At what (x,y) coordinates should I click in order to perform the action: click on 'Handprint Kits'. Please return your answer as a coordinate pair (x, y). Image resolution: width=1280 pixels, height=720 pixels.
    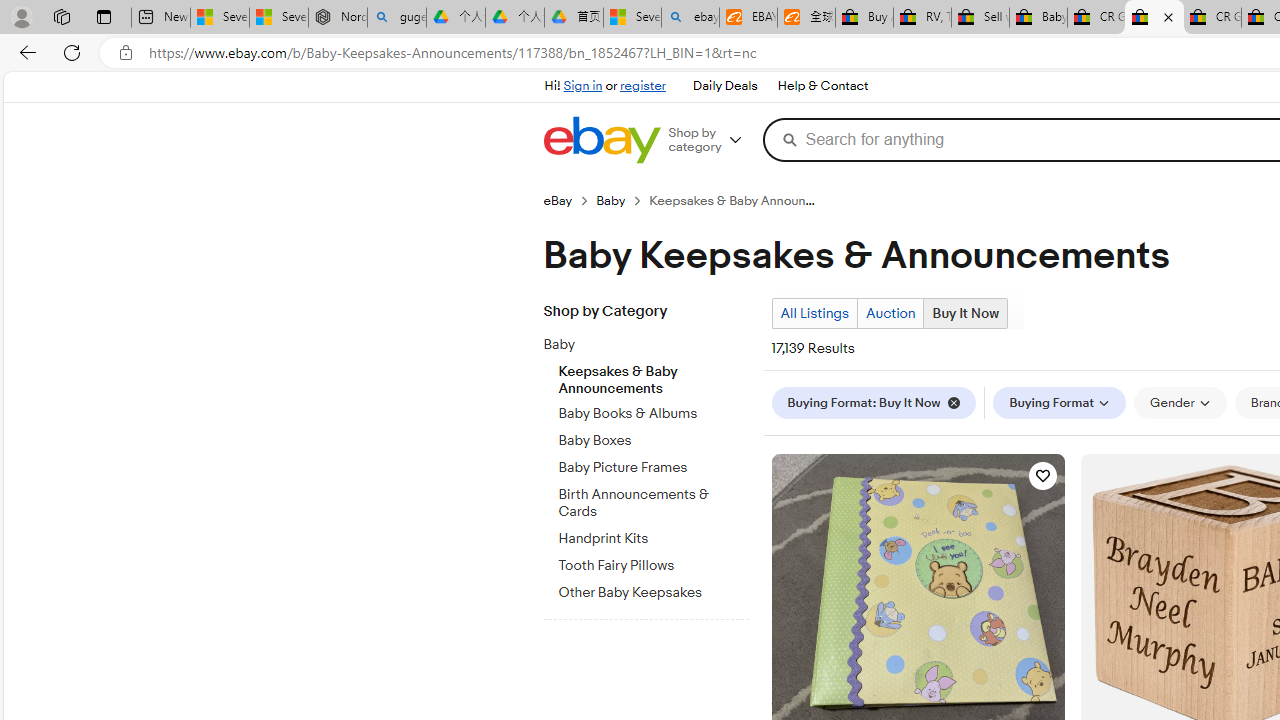
    Looking at the image, I should click on (653, 534).